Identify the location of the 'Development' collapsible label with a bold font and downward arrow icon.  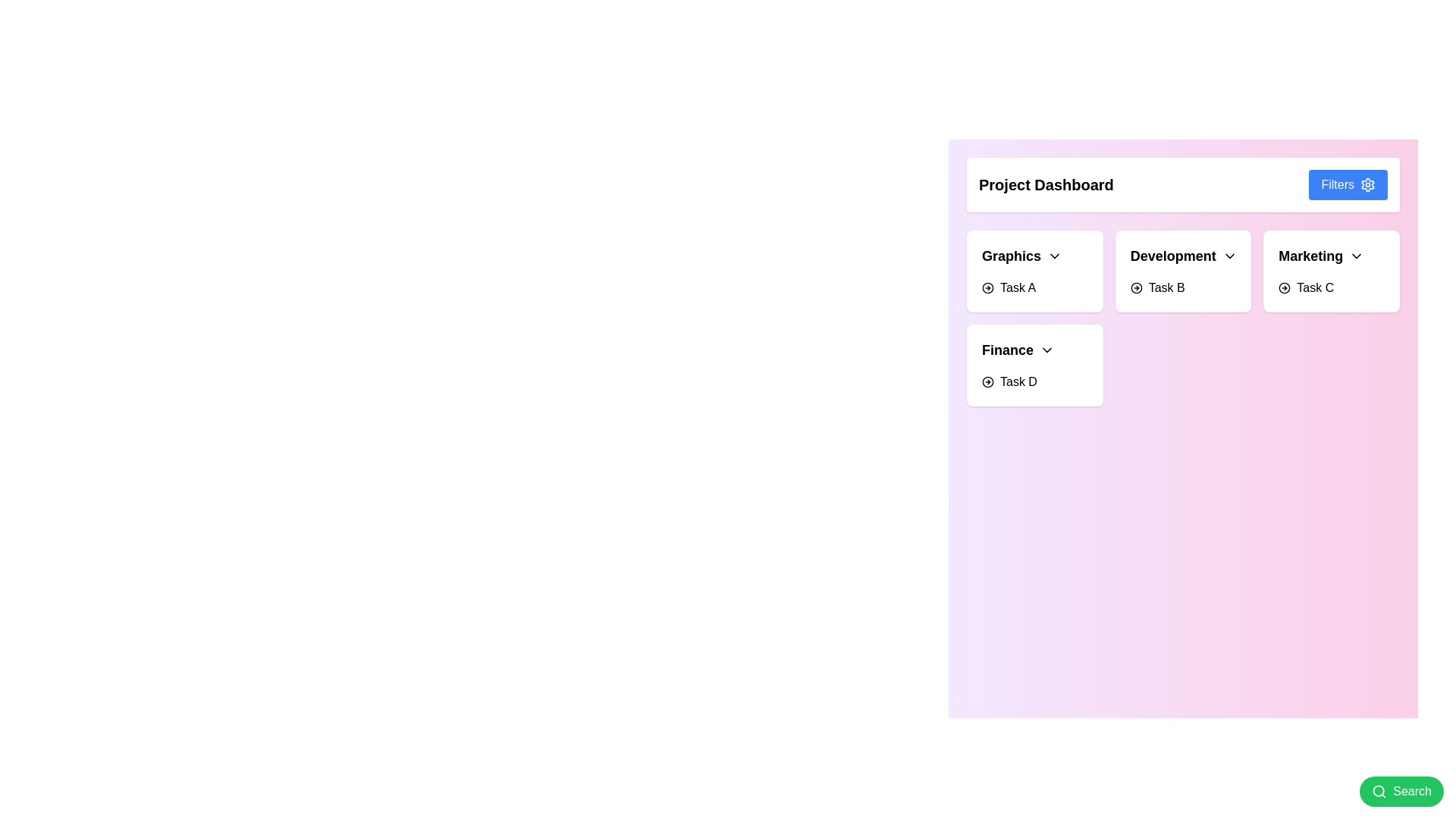
(1183, 256).